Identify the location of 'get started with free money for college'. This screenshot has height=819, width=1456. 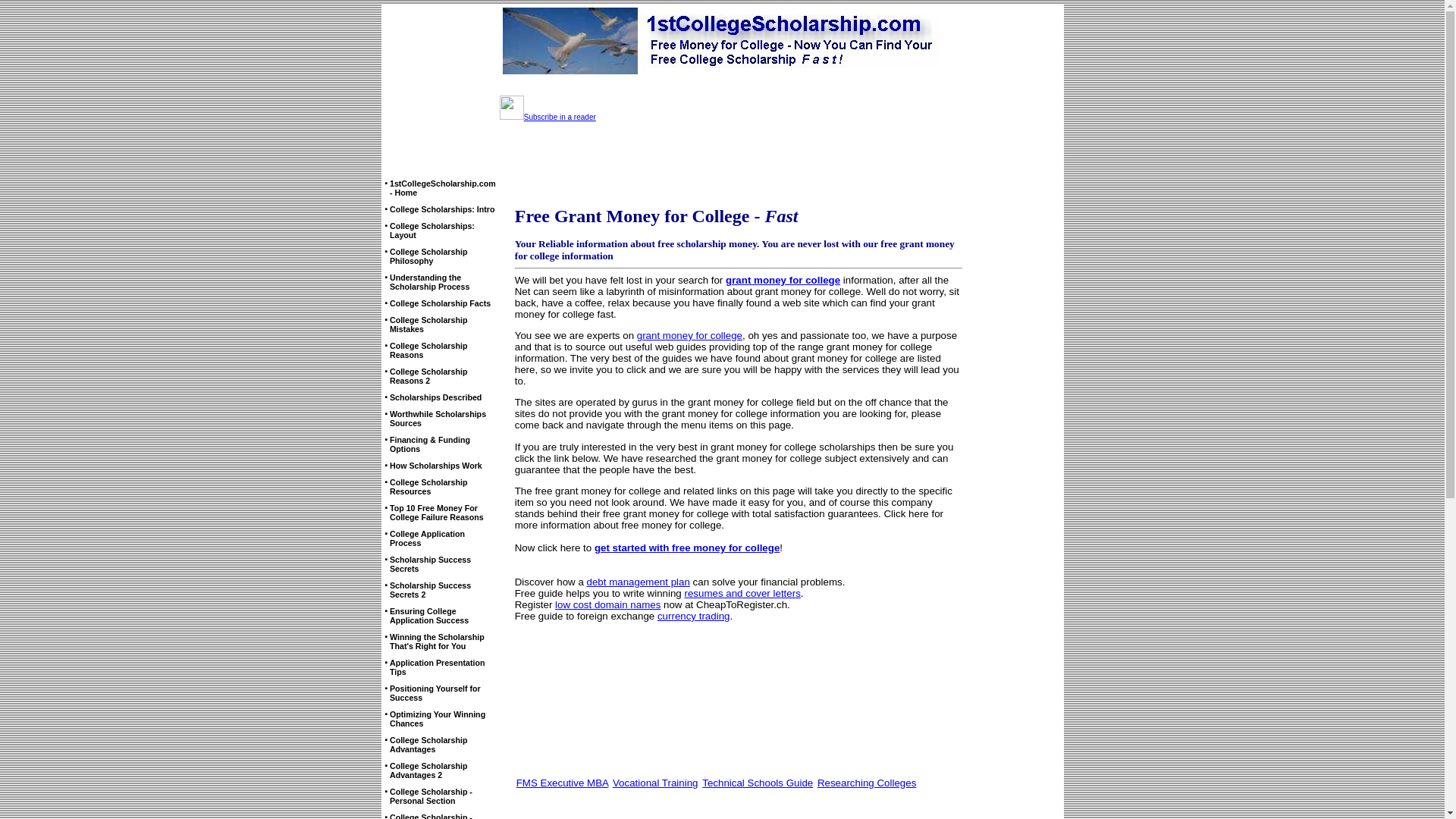
(686, 548).